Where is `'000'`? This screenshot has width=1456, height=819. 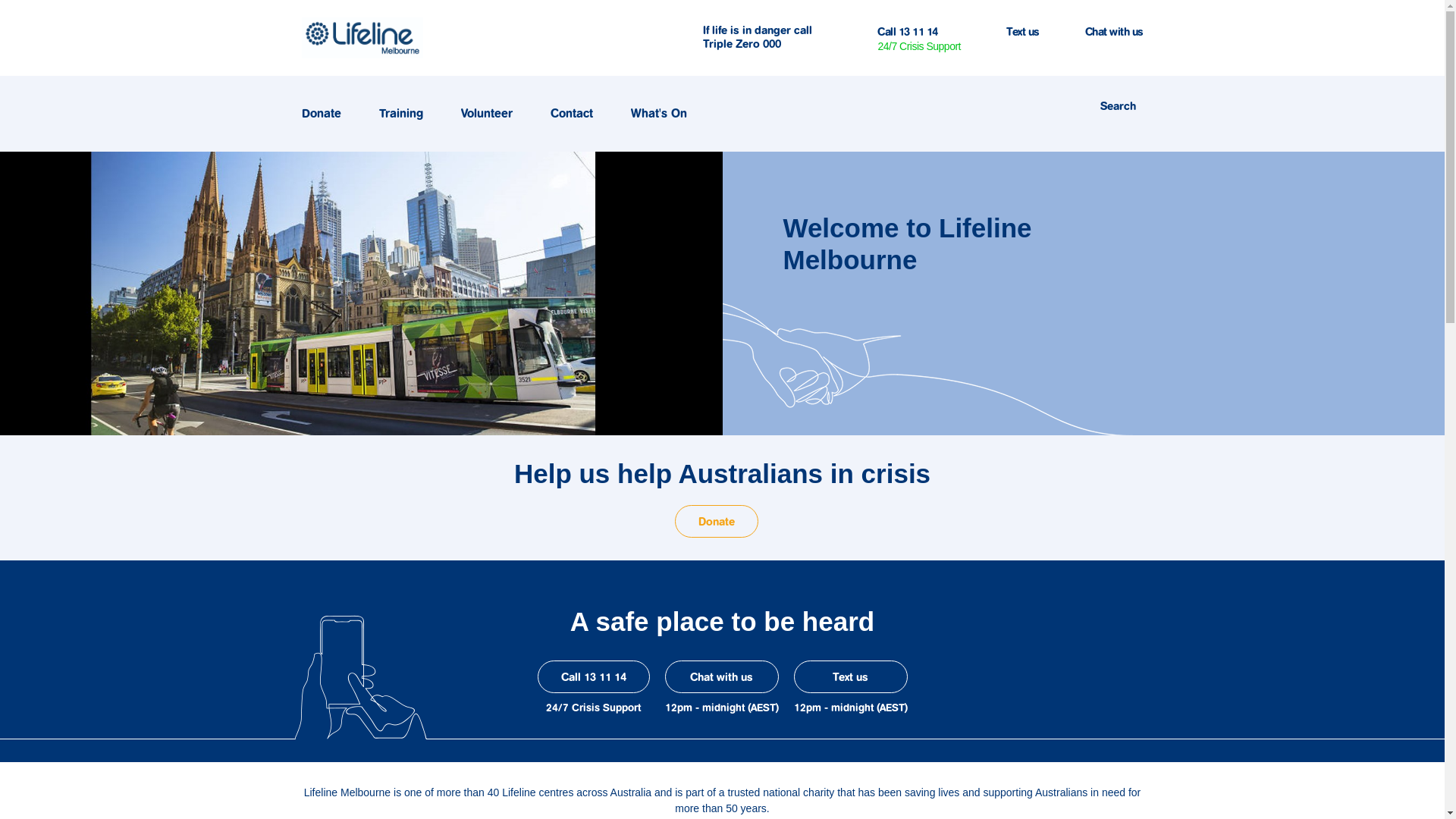 '000' is located at coordinates (771, 43).